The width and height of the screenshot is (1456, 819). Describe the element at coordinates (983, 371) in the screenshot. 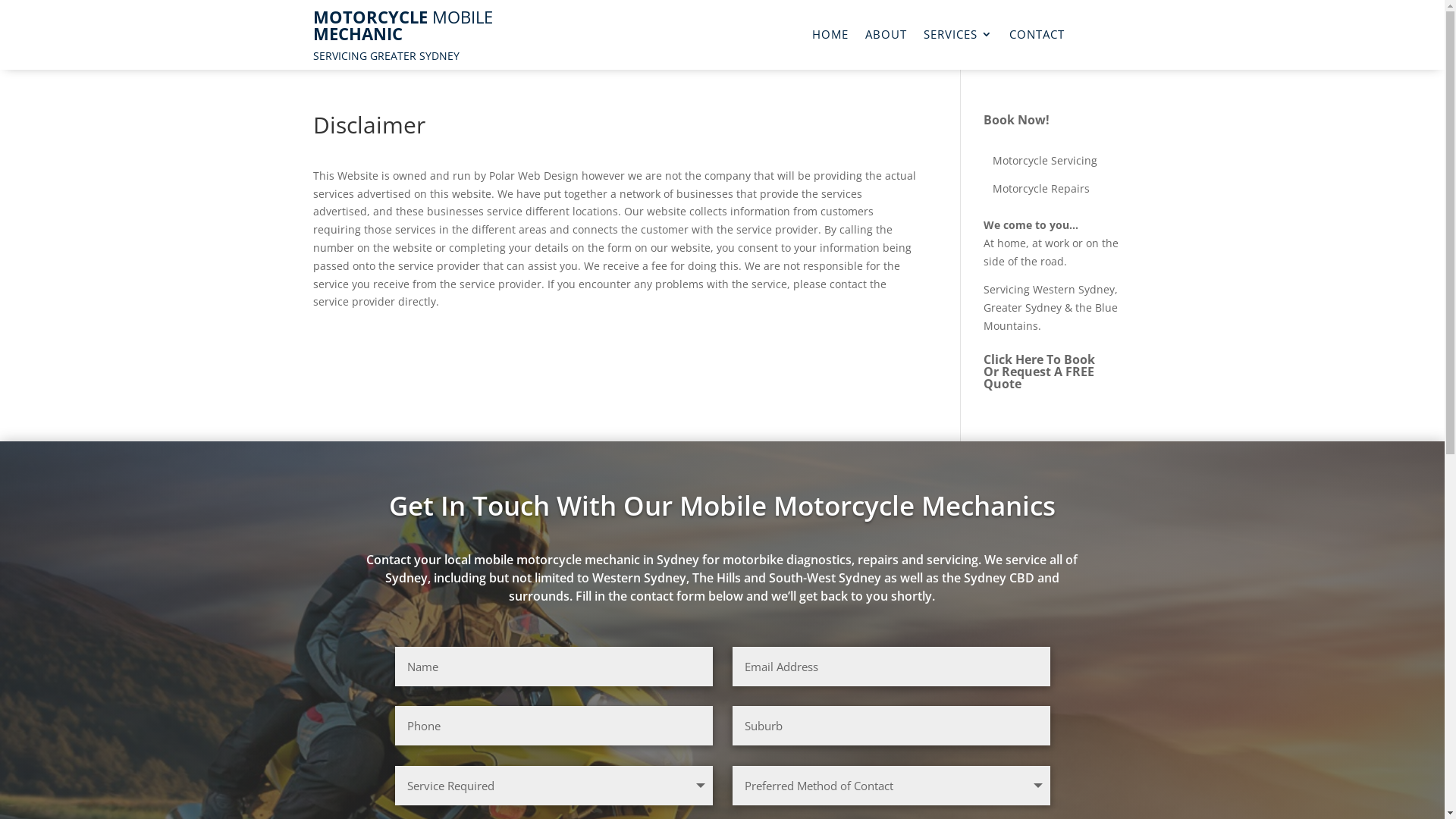

I see `'Click Here To Book` at that location.